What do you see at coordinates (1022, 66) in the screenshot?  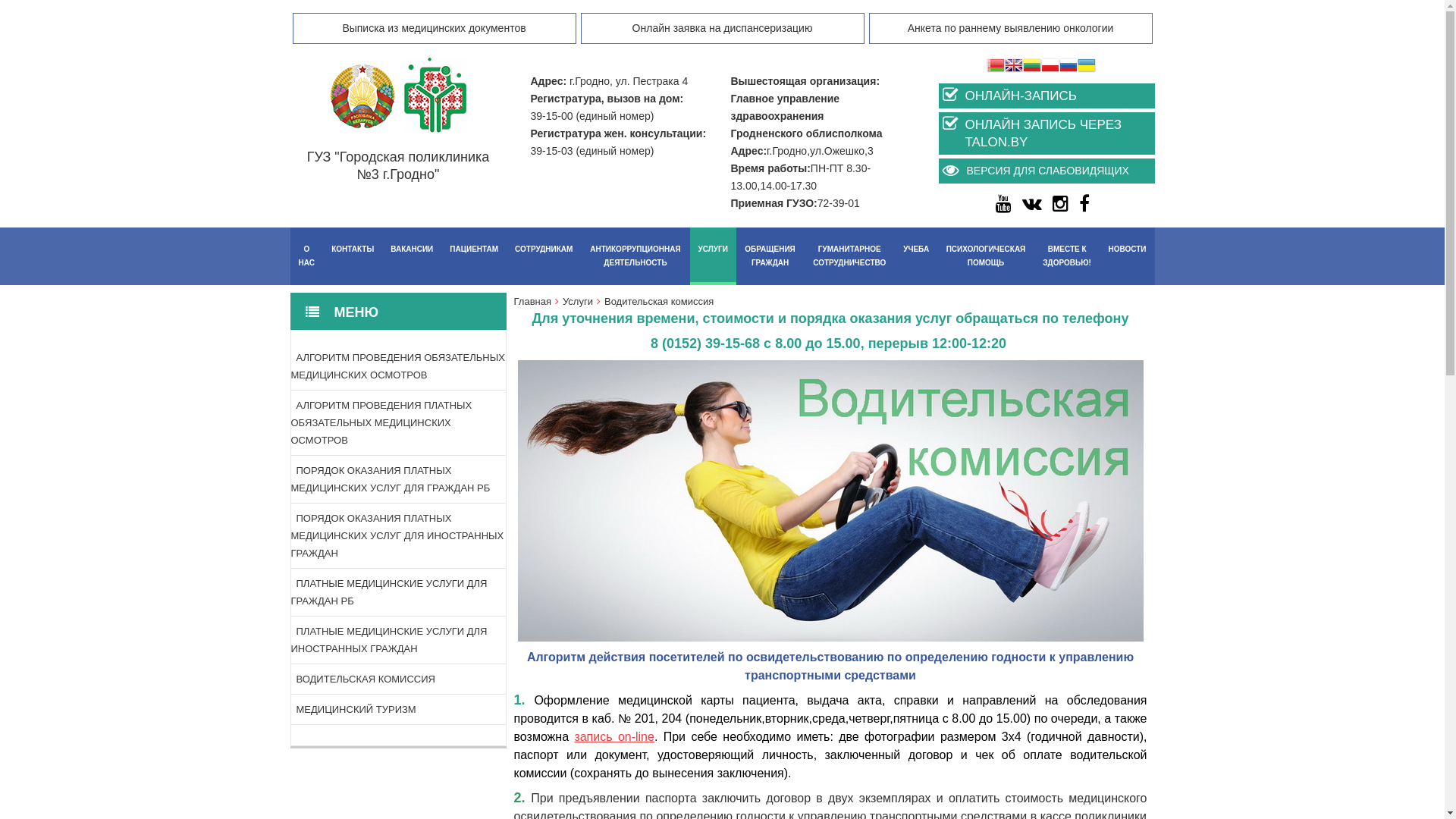 I see `'Lithuanian'` at bounding box center [1022, 66].